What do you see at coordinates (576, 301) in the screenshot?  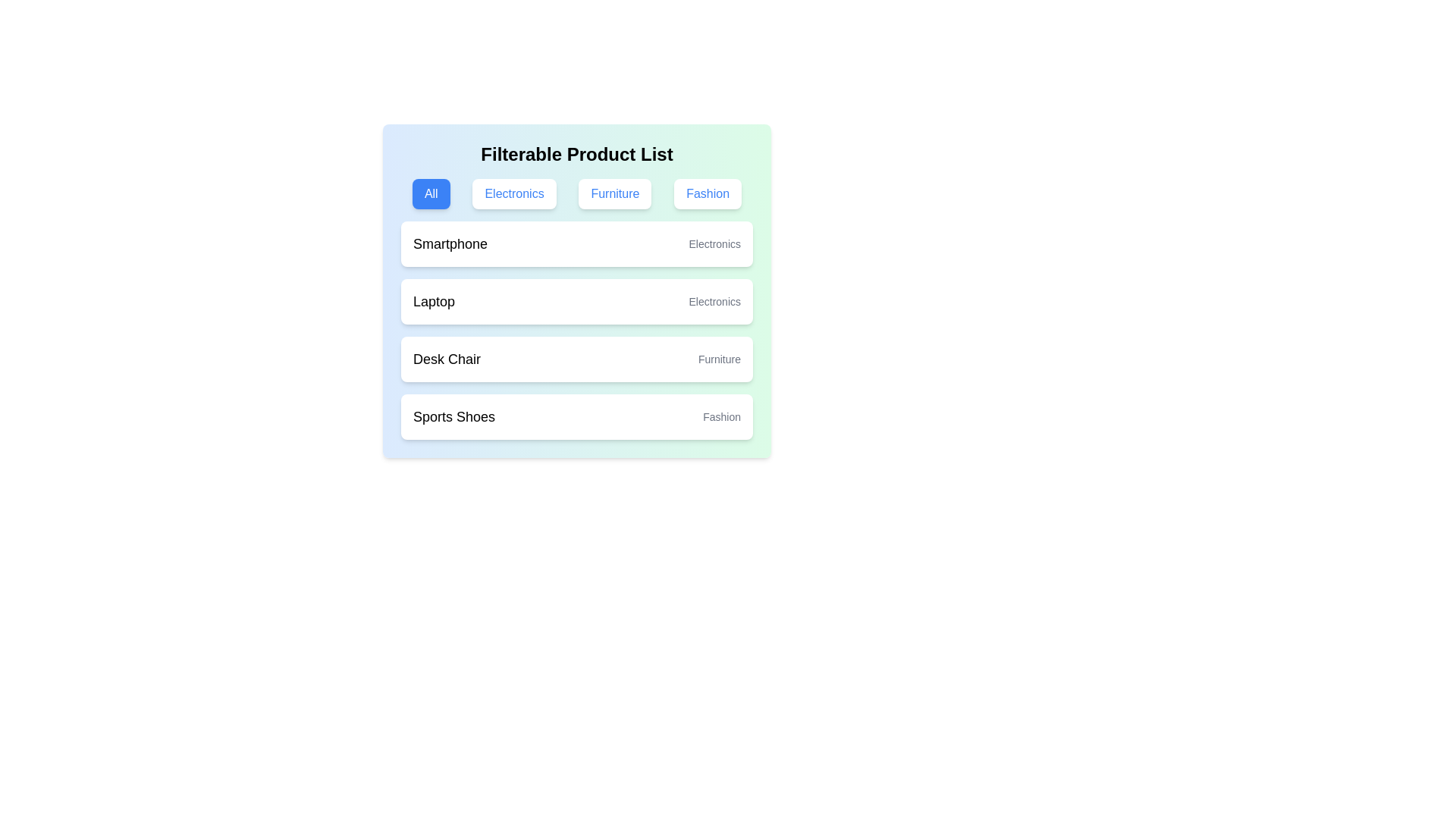 I see `the product list item Laptop` at bounding box center [576, 301].